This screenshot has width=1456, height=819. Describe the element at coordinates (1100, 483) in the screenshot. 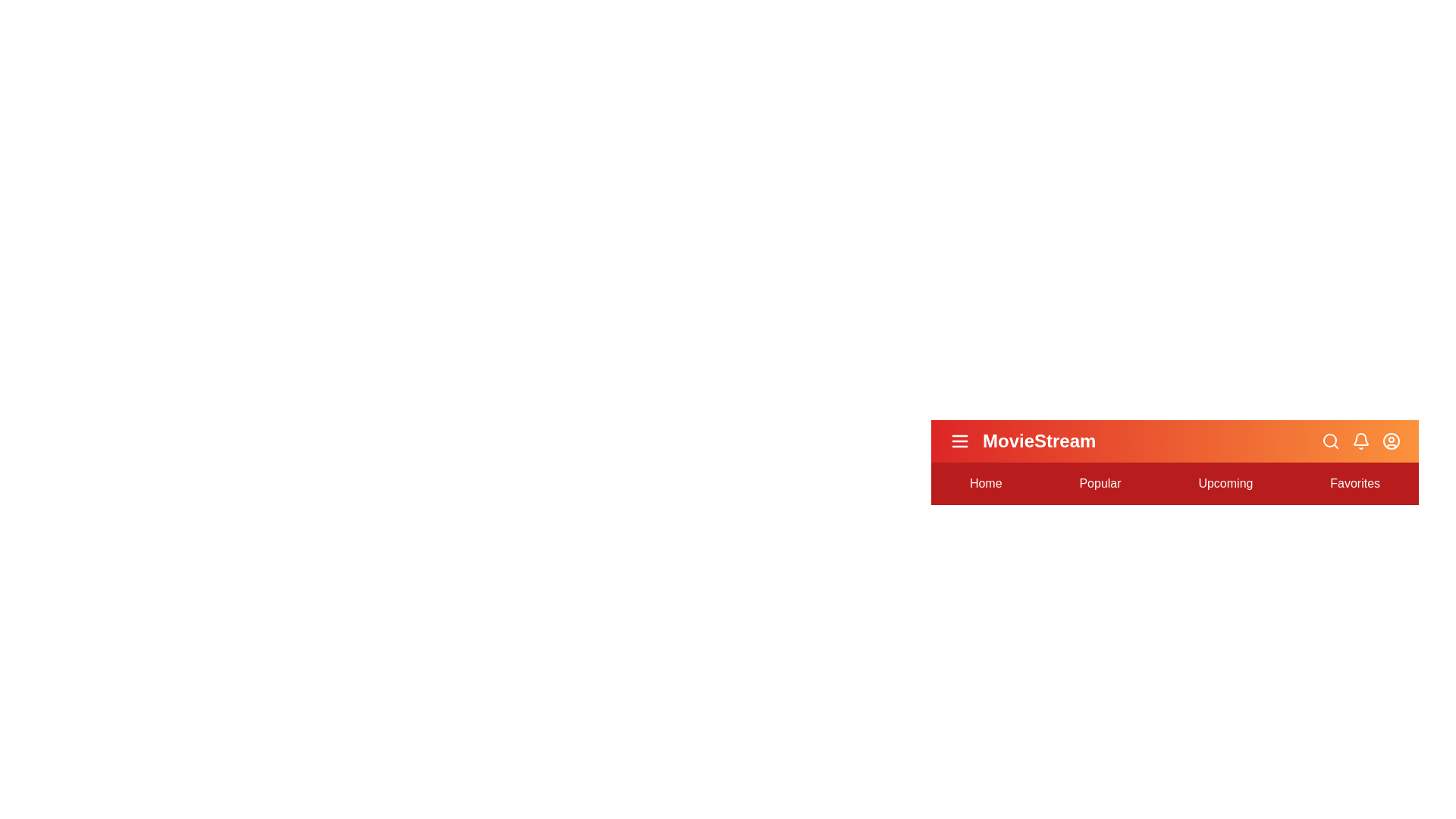

I see `the Popular navigation option` at that location.